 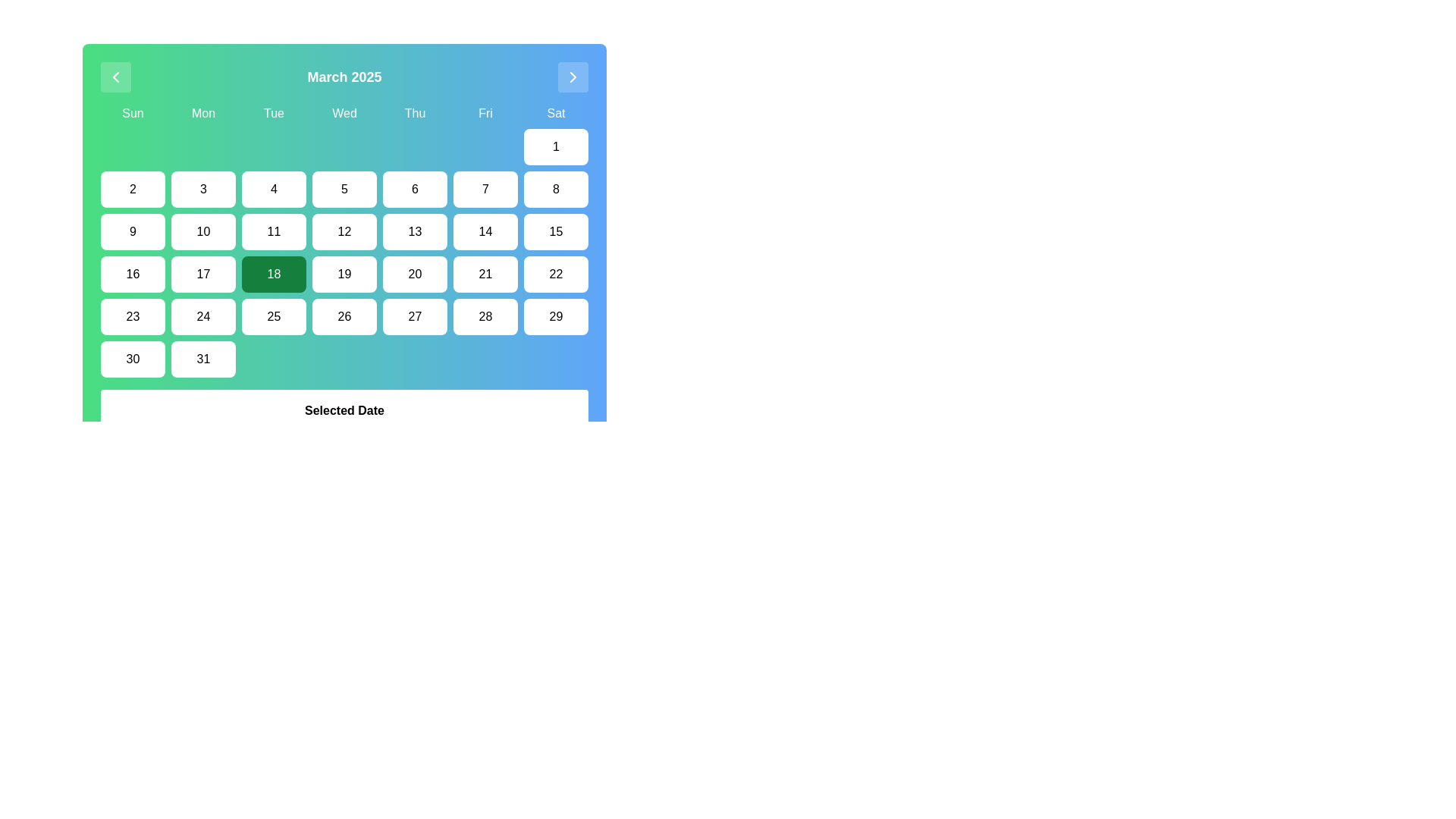 What do you see at coordinates (555, 146) in the screenshot?
I see `the first day of the month in the calendar located in the far right column under the header 'Sat'` at bounding box center [555, 146].